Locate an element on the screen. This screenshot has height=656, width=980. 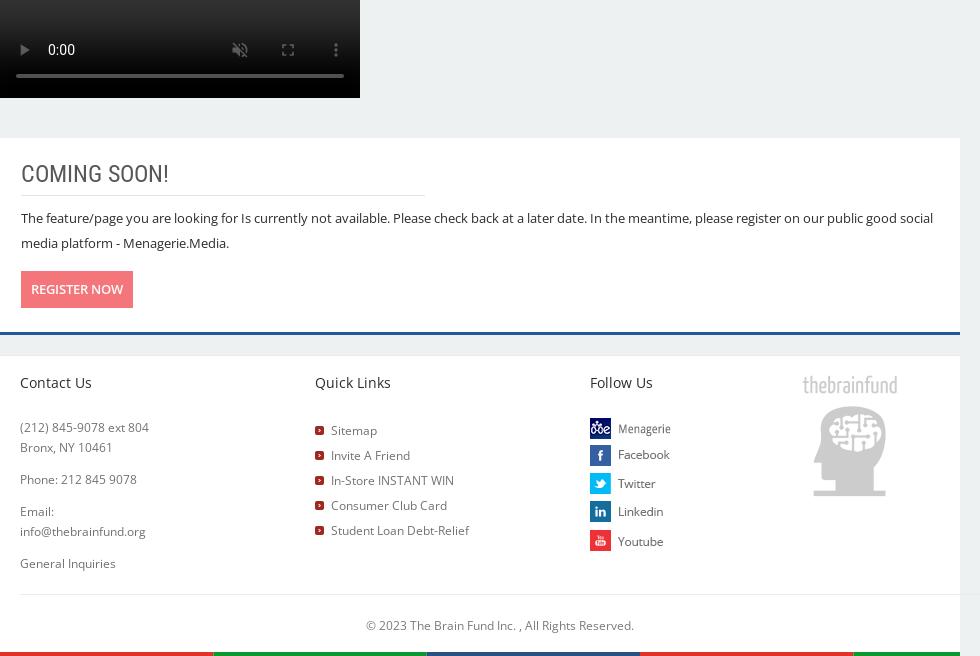
'Follow Us' is located at coordinates (621, 382).